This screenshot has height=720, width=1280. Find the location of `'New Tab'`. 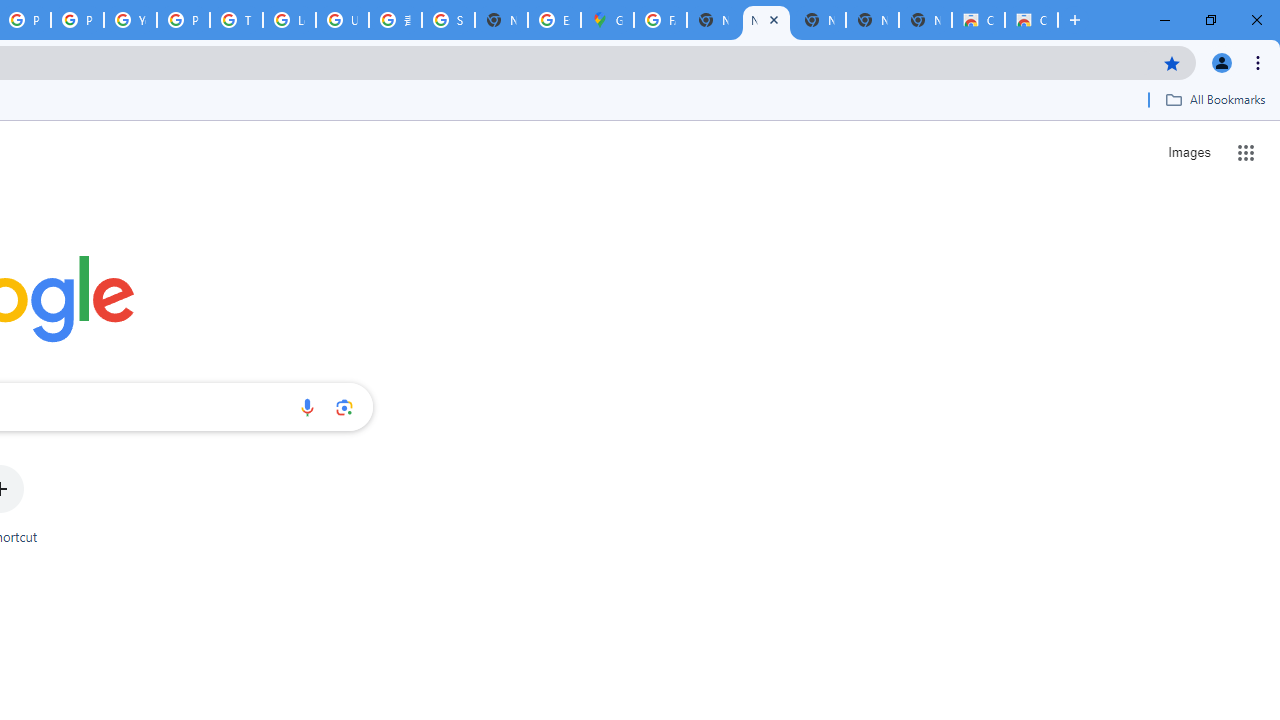

'New Tab' is located at coordinates (924, 20).